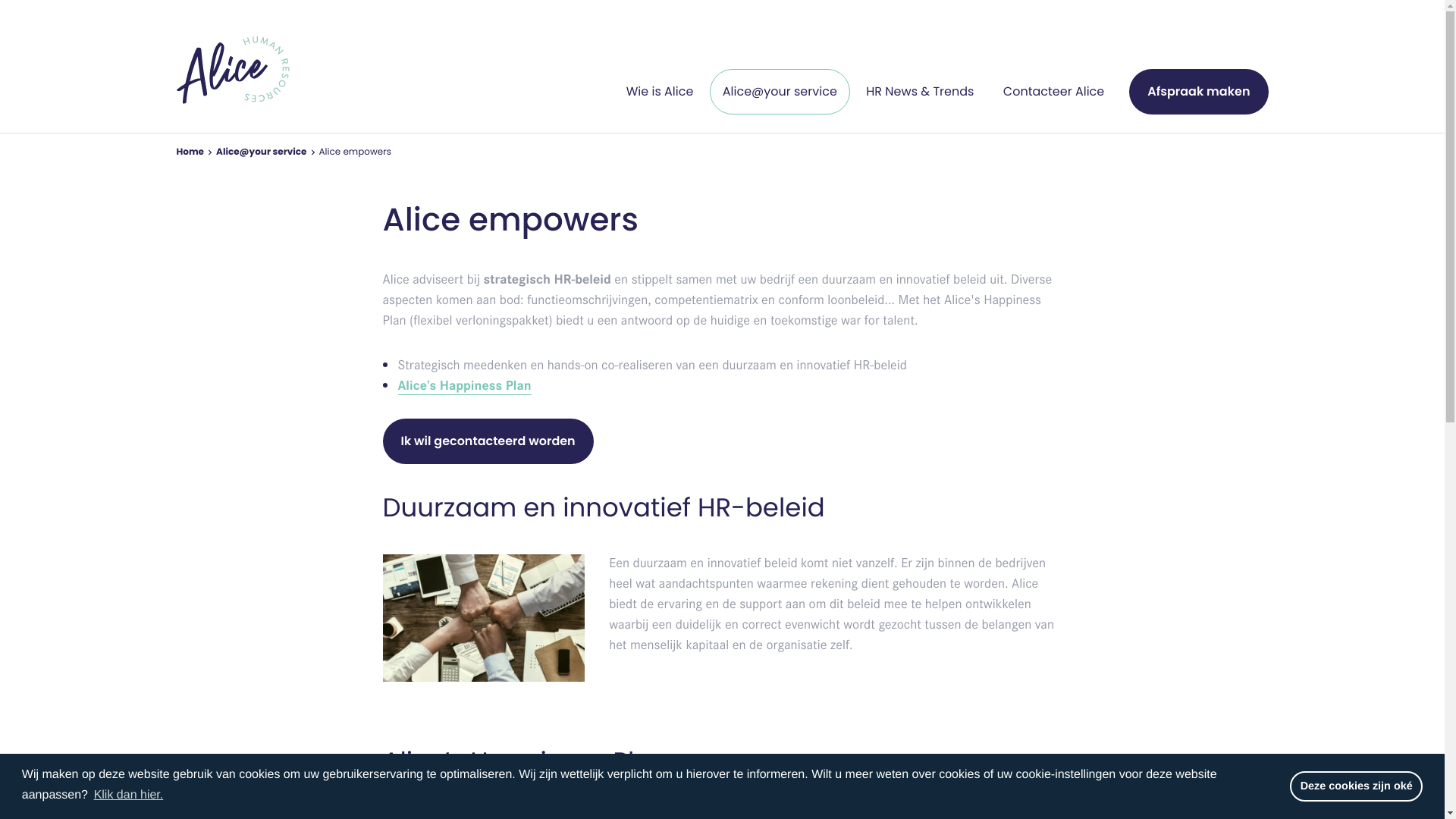 Image resolution: width=1456 pixels, height=819 pixels. I want to click on 'Contacteer Alice', so click(1053, 91).